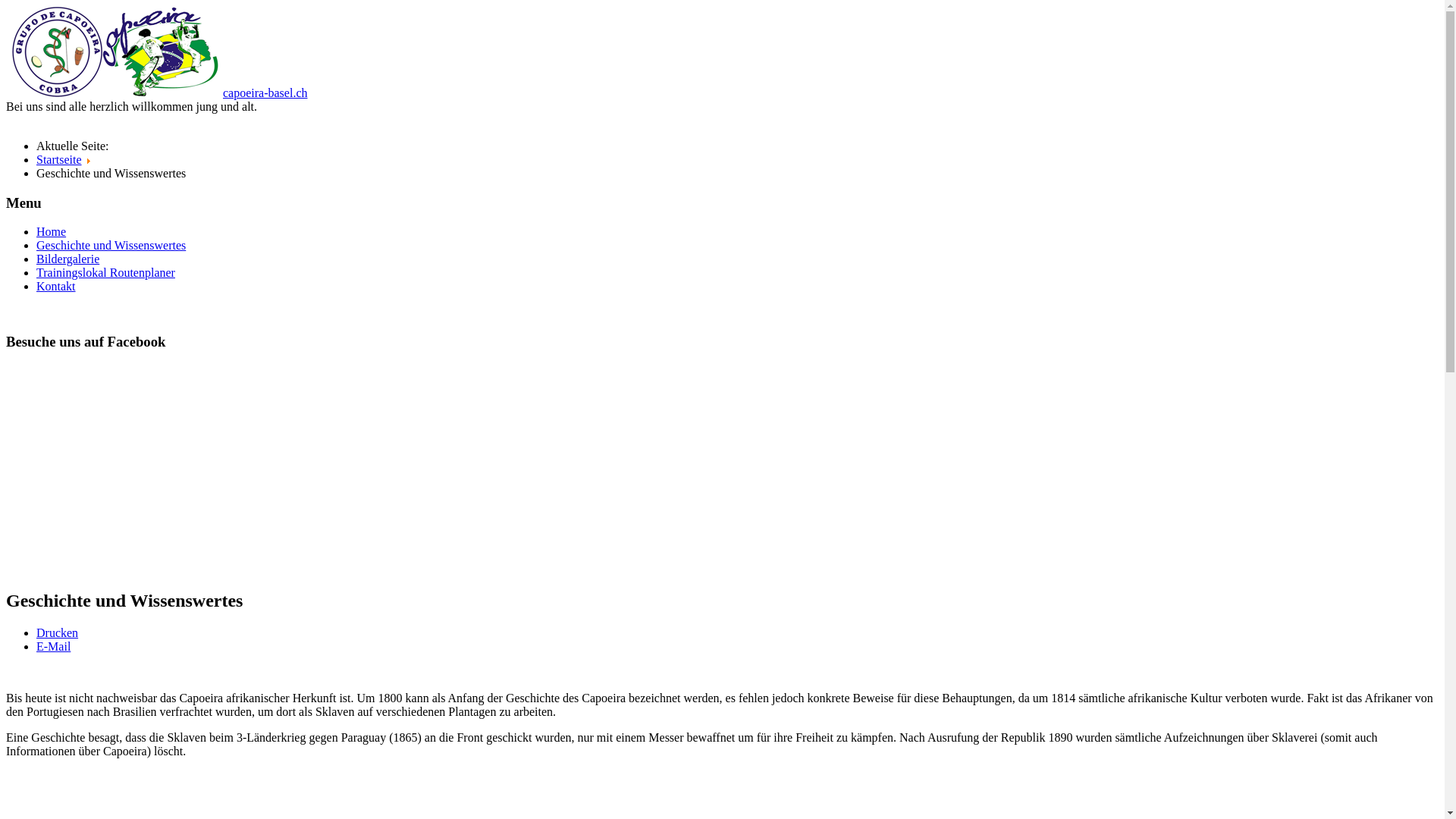 This screenshot has width=1456, height=819. Describe the element at coordinates (221, 93) in the screenshot. I see `'capoeira-basel.ch'` at that location.